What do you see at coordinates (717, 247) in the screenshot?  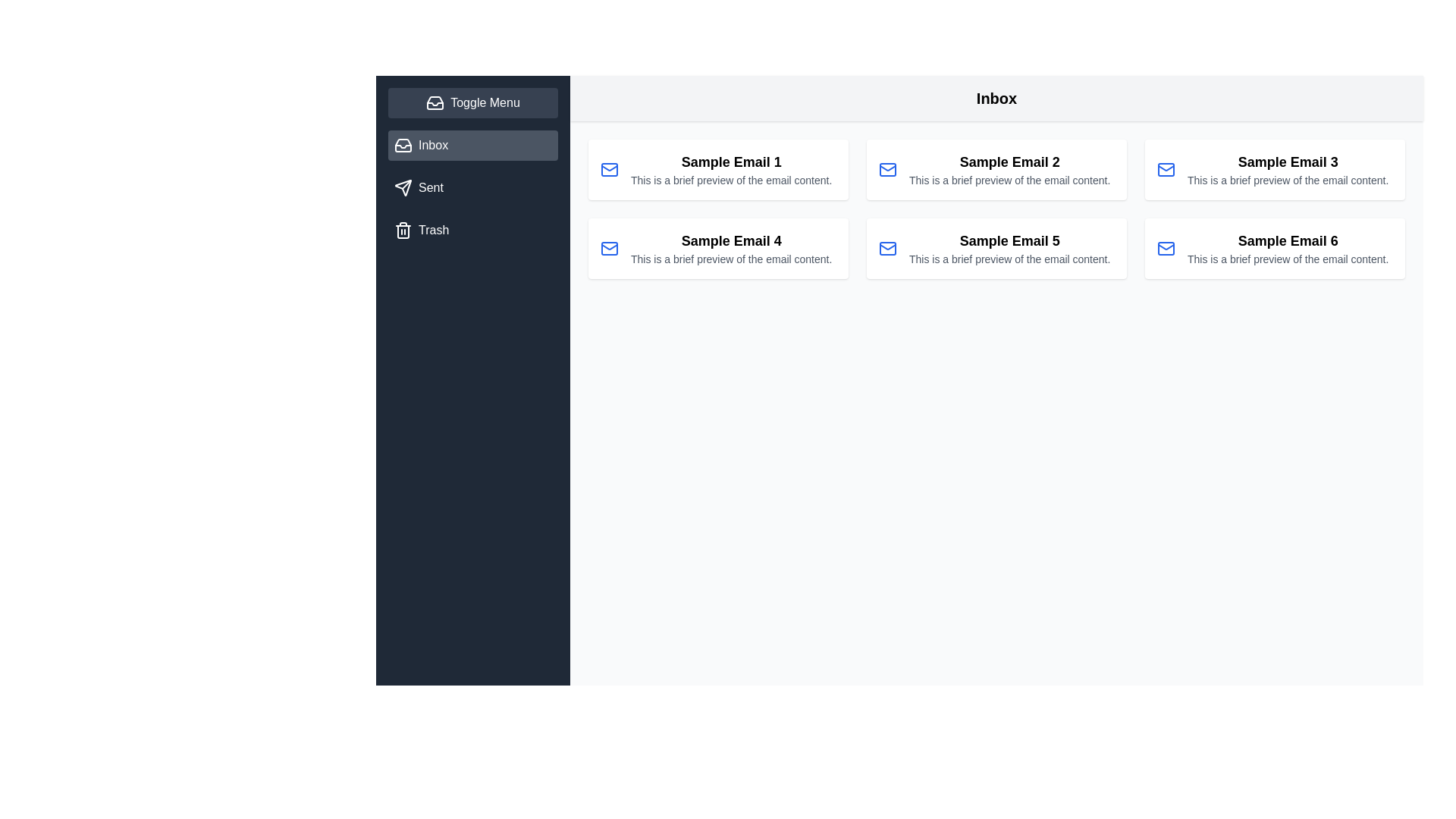 I see `the Email Preview Card located in the second row and first column of the email list grid` at bounding box center [717, 247].